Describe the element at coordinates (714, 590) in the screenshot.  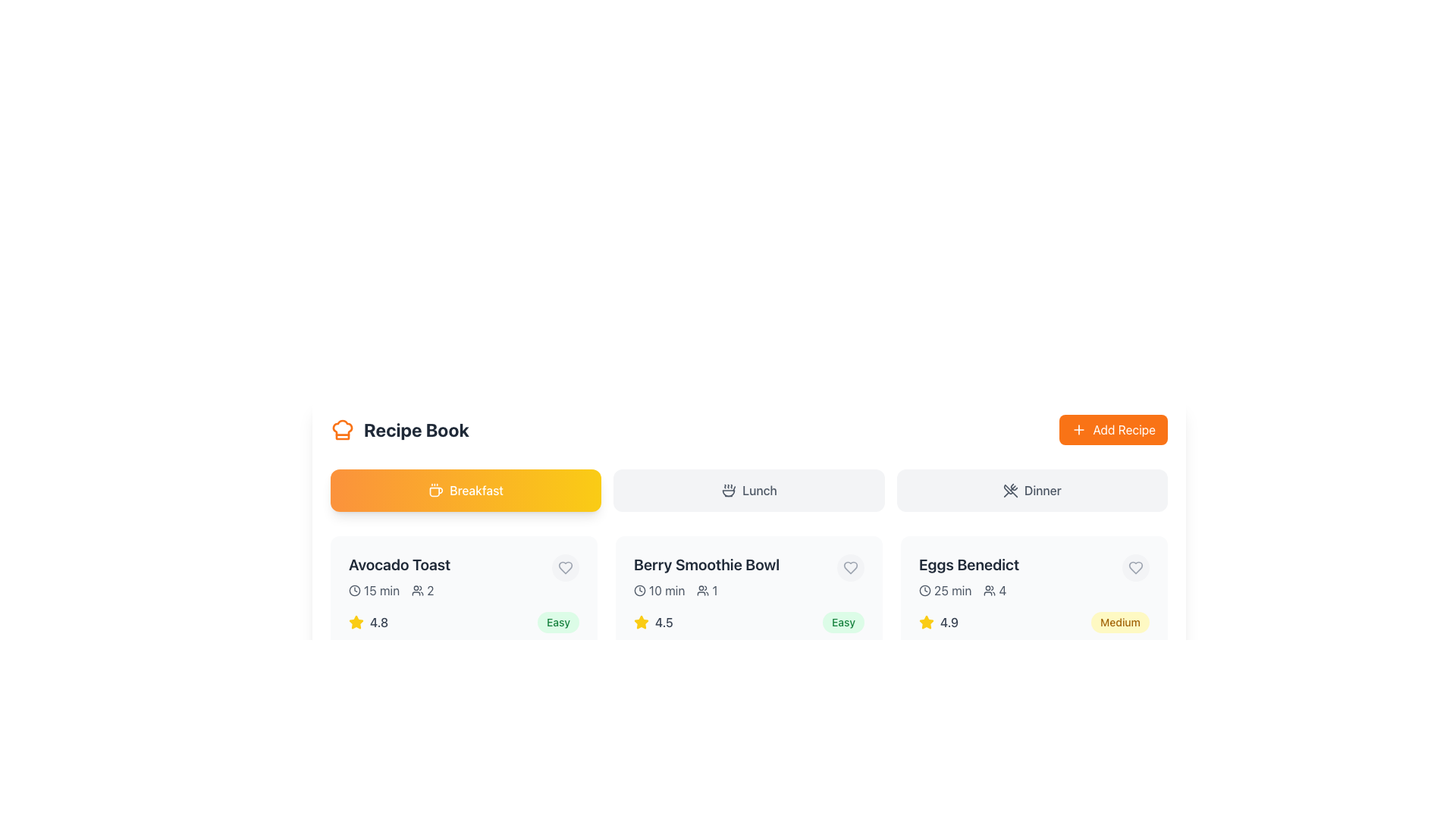
I see `the static text element displaying the number of participants for the 'Berry Smoothie Bowl' recipe, which is located immediately to the right of the user icon in the second recipe card` at that location.